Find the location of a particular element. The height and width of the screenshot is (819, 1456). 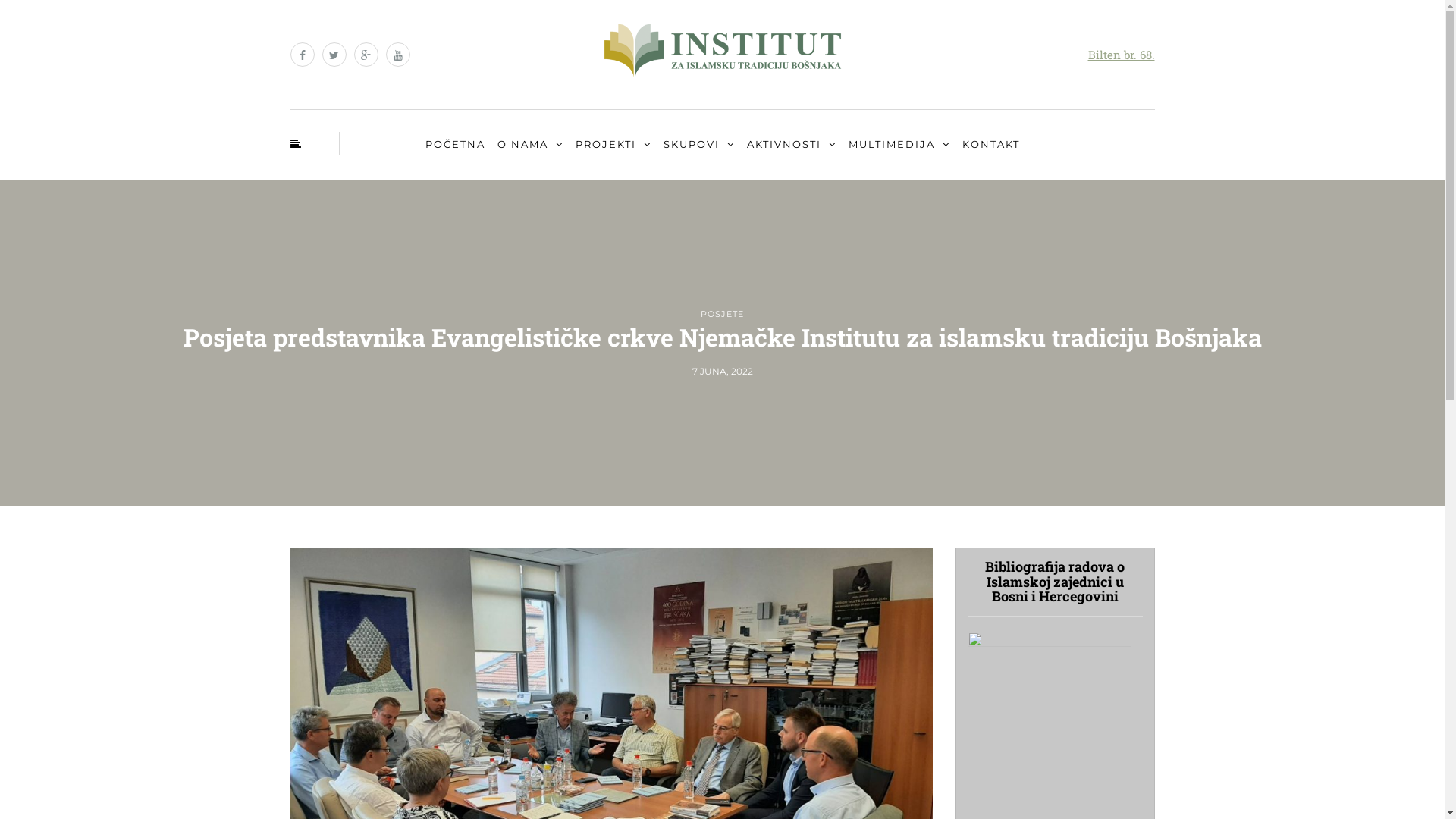

'SKUPOVI' is located at coordinates (659, 145).